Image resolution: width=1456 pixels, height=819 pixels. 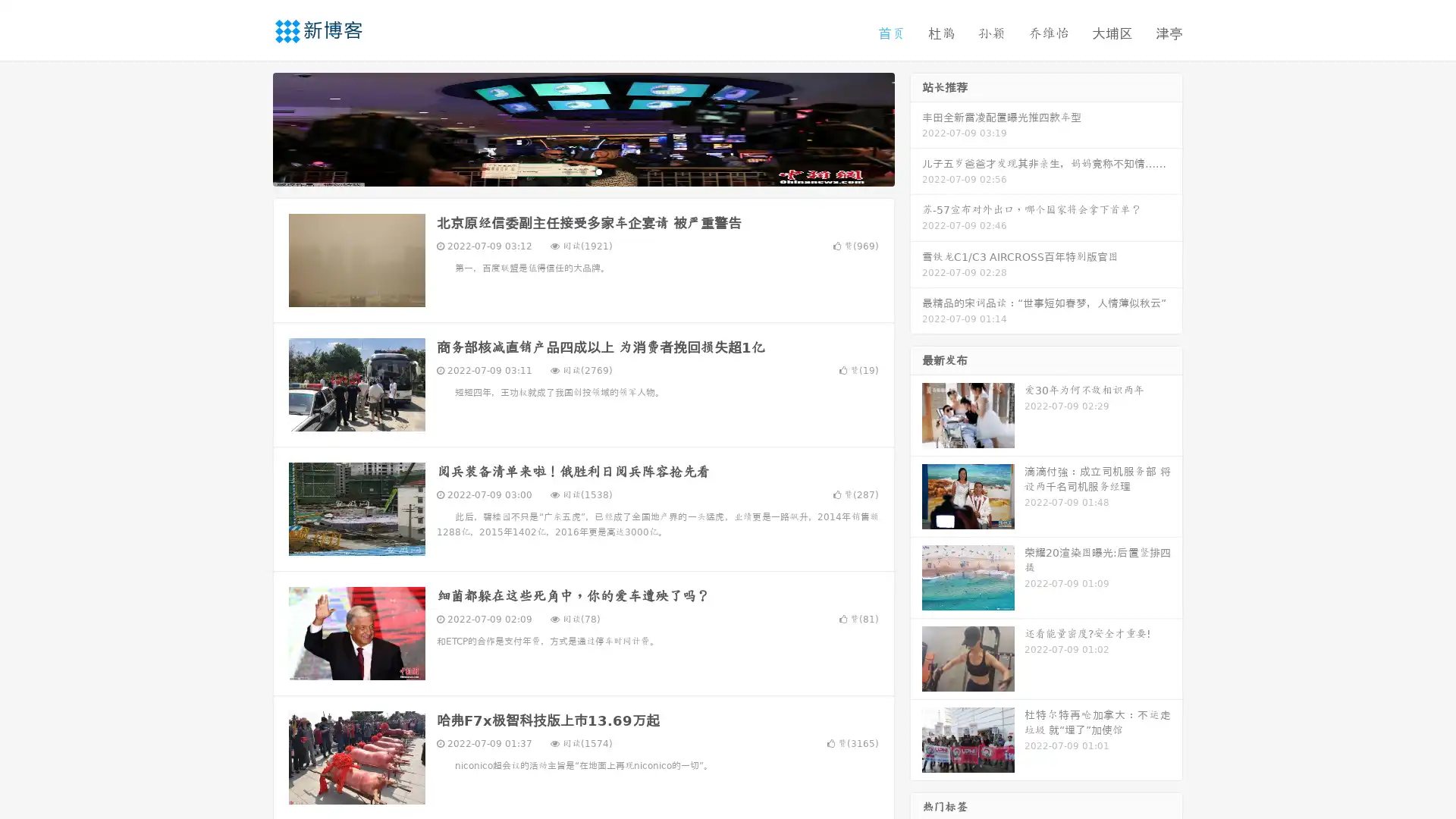 I want to click on Previous slide, so click(x=250, y=127).